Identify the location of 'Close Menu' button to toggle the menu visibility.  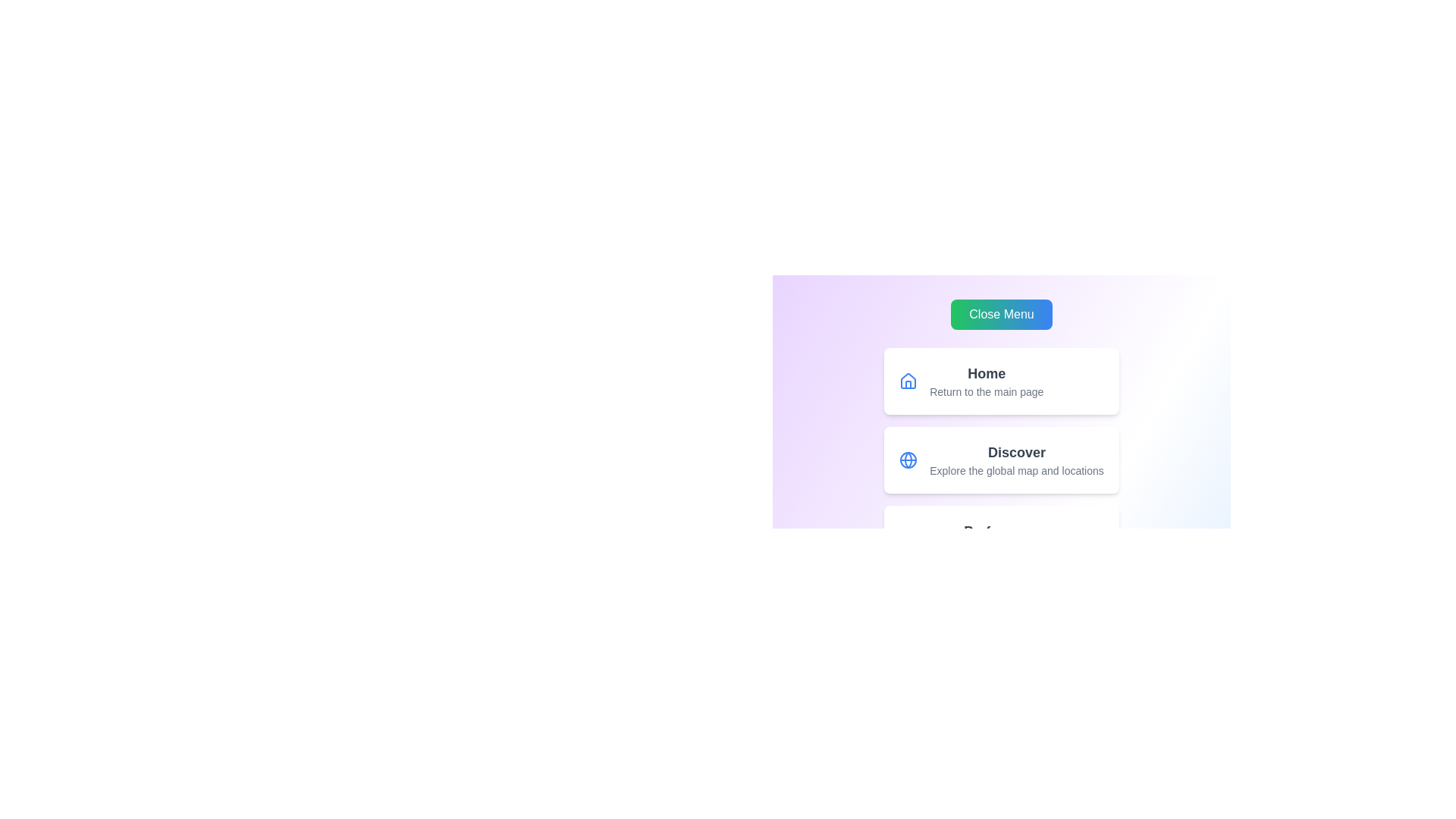
(1001, 314).